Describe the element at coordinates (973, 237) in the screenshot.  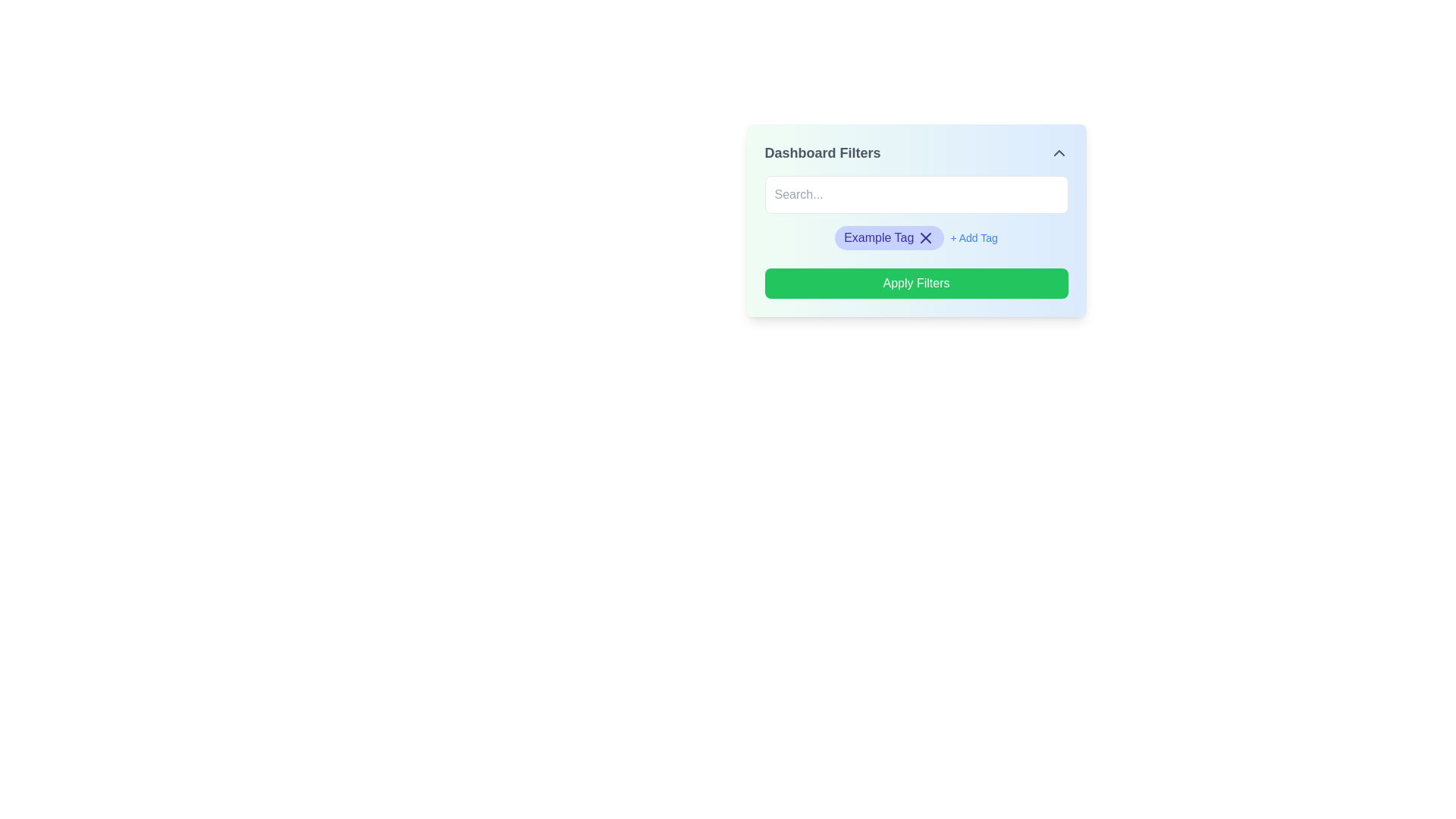
I see `the '+ Add Tag' clickable text link, which is styled in small blue font with an underline on hover, located in the lower section of the 'Dashboard Filters' dialog box` at that location.